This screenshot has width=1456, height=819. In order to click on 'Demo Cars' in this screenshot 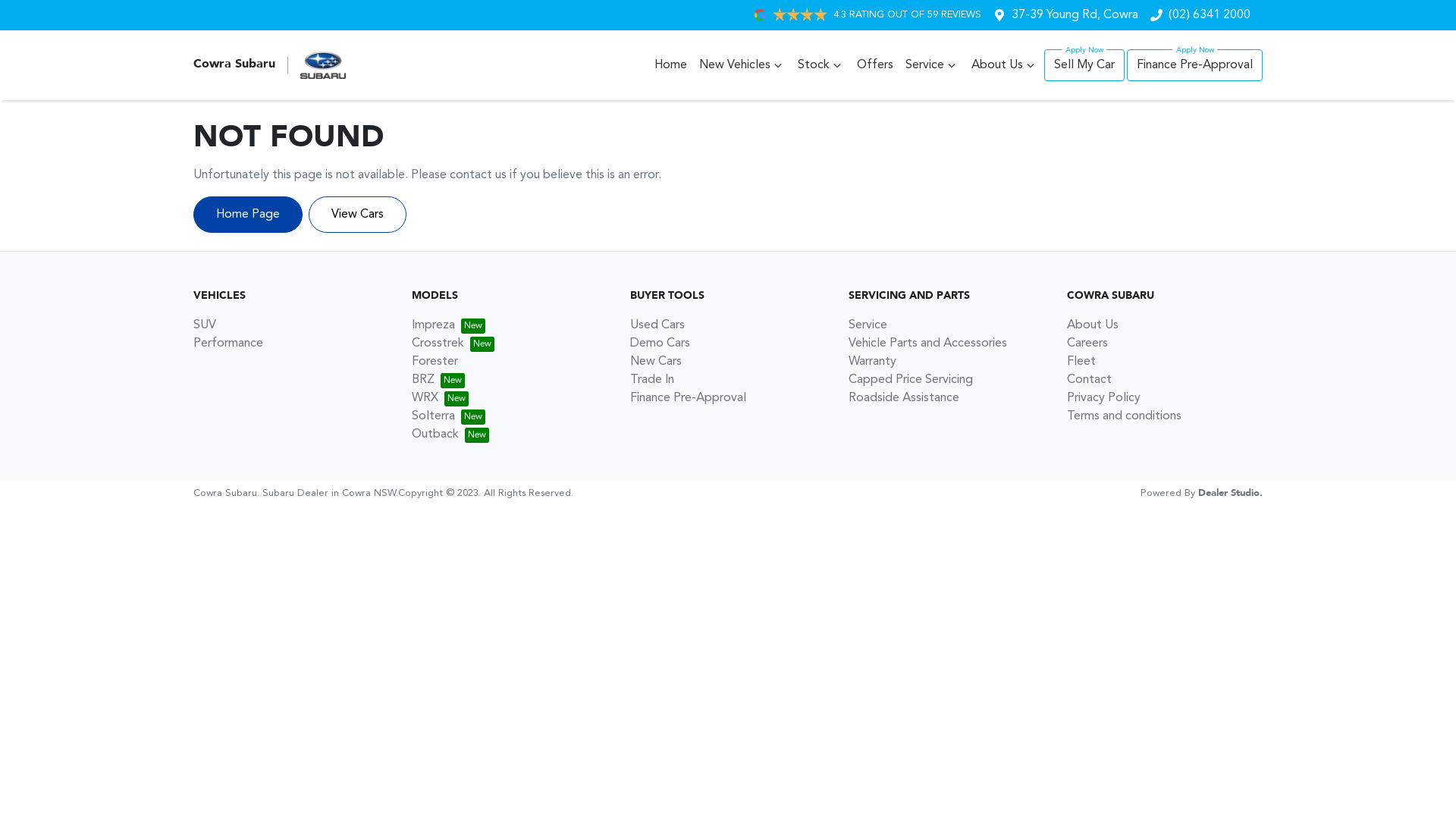, I will do `click(660, 343)`.